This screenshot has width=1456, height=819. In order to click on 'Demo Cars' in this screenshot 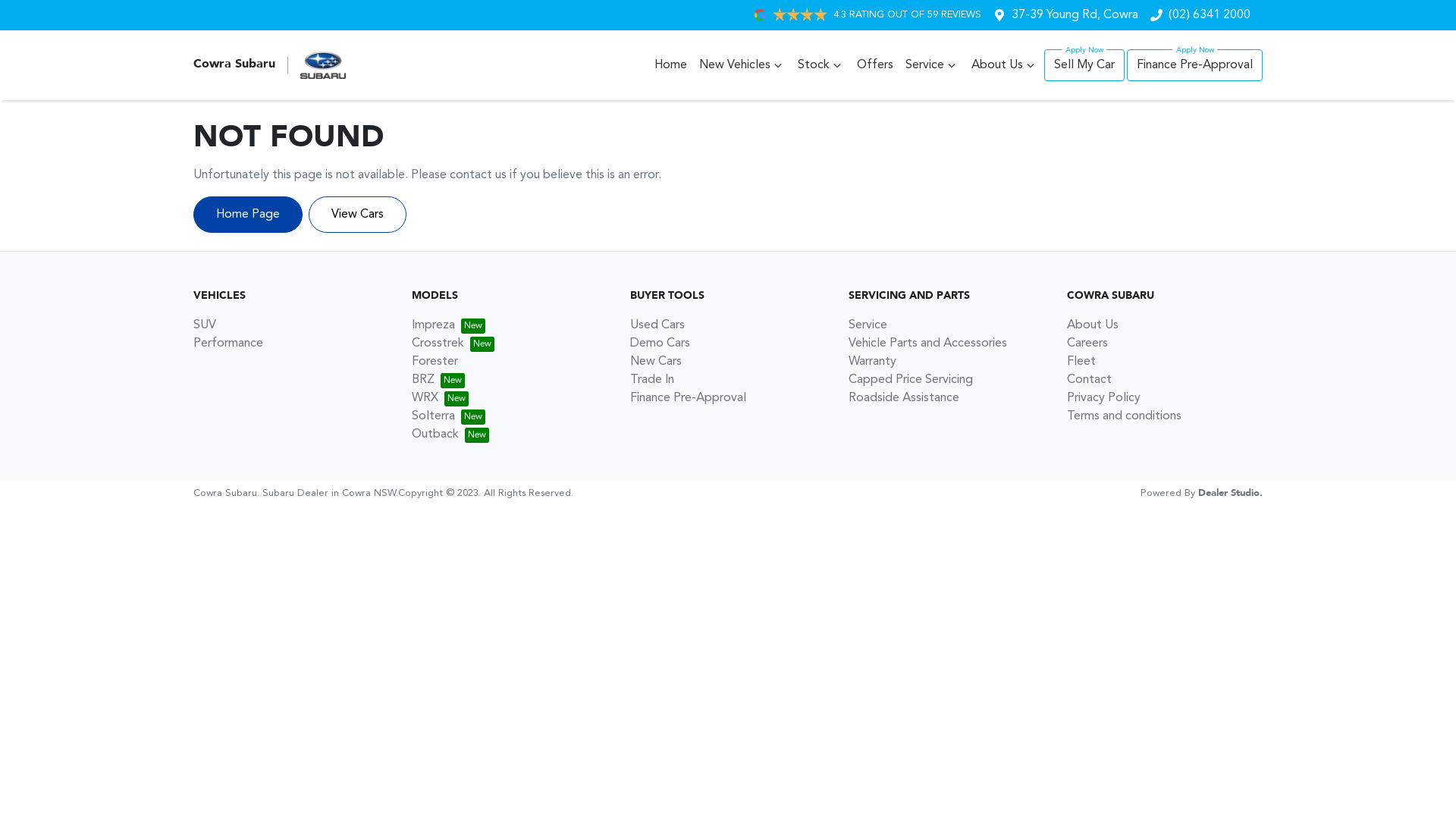, I will do `click(660, 343)`.